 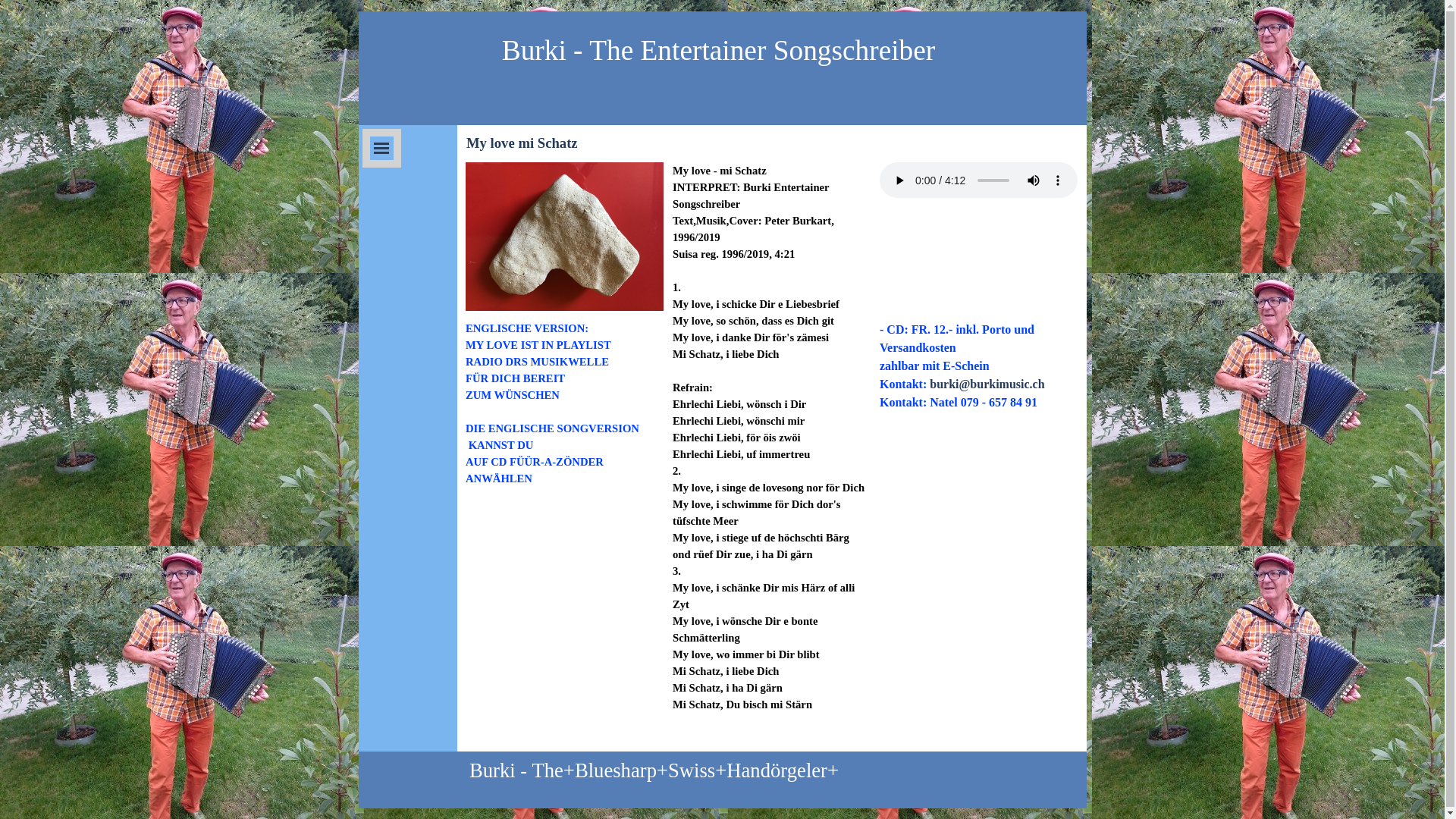 I want to click on 'burki@burkimusic.ch', so click(x=987, y=383).